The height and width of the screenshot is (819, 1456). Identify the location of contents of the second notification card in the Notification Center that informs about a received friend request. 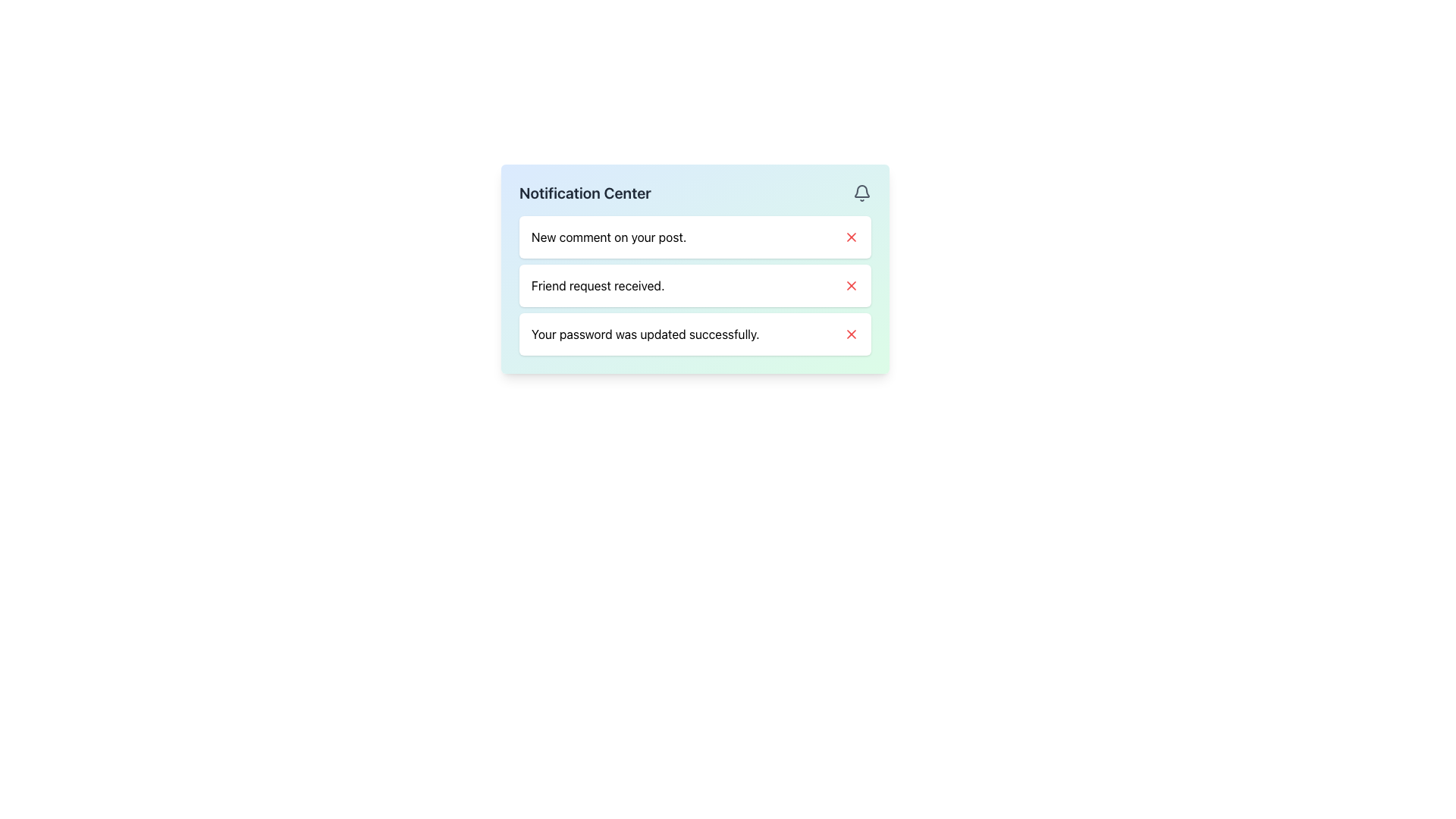
(694, 286).